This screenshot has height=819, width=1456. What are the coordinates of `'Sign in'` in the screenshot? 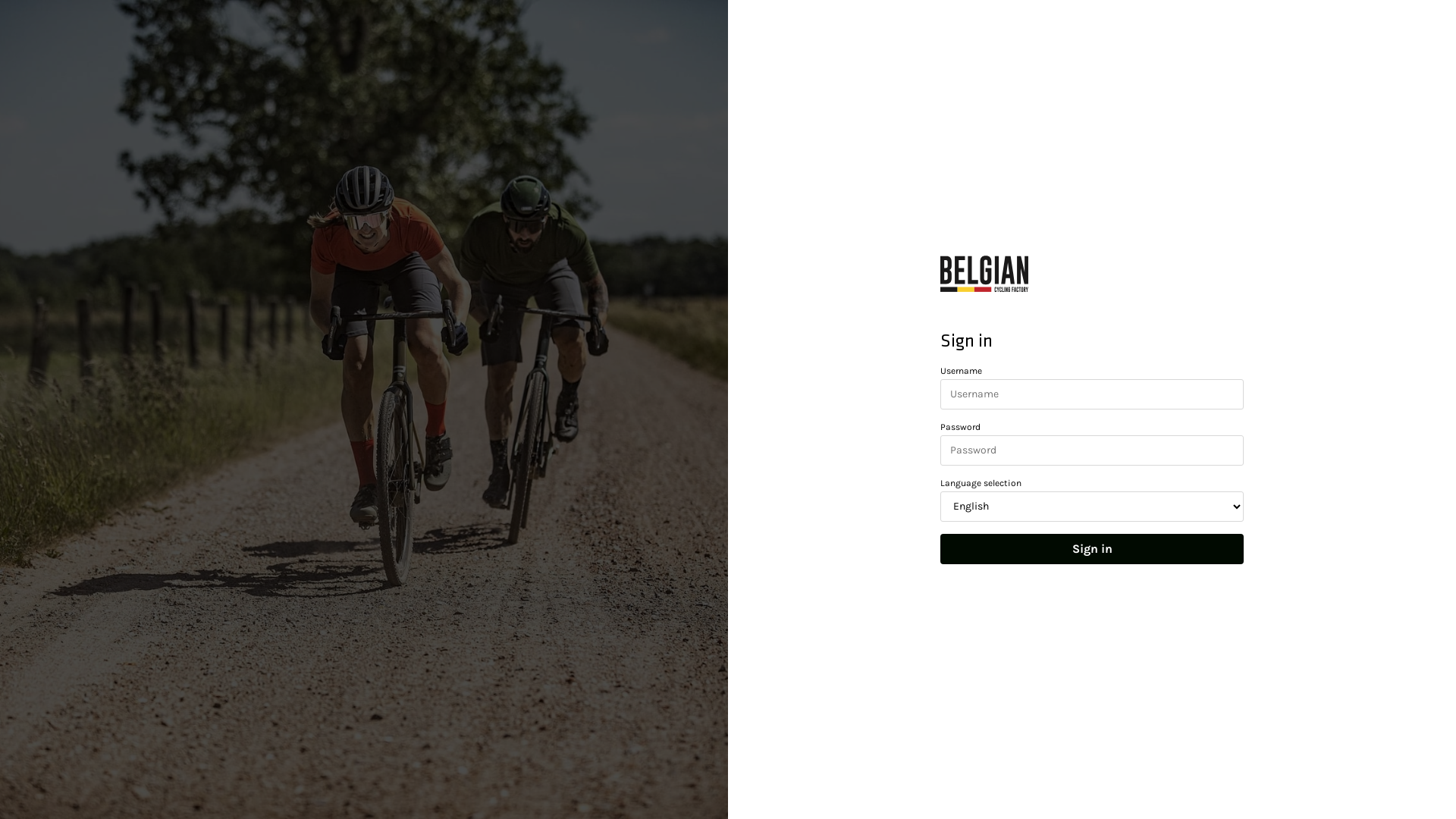 It's located at (1092, 549).